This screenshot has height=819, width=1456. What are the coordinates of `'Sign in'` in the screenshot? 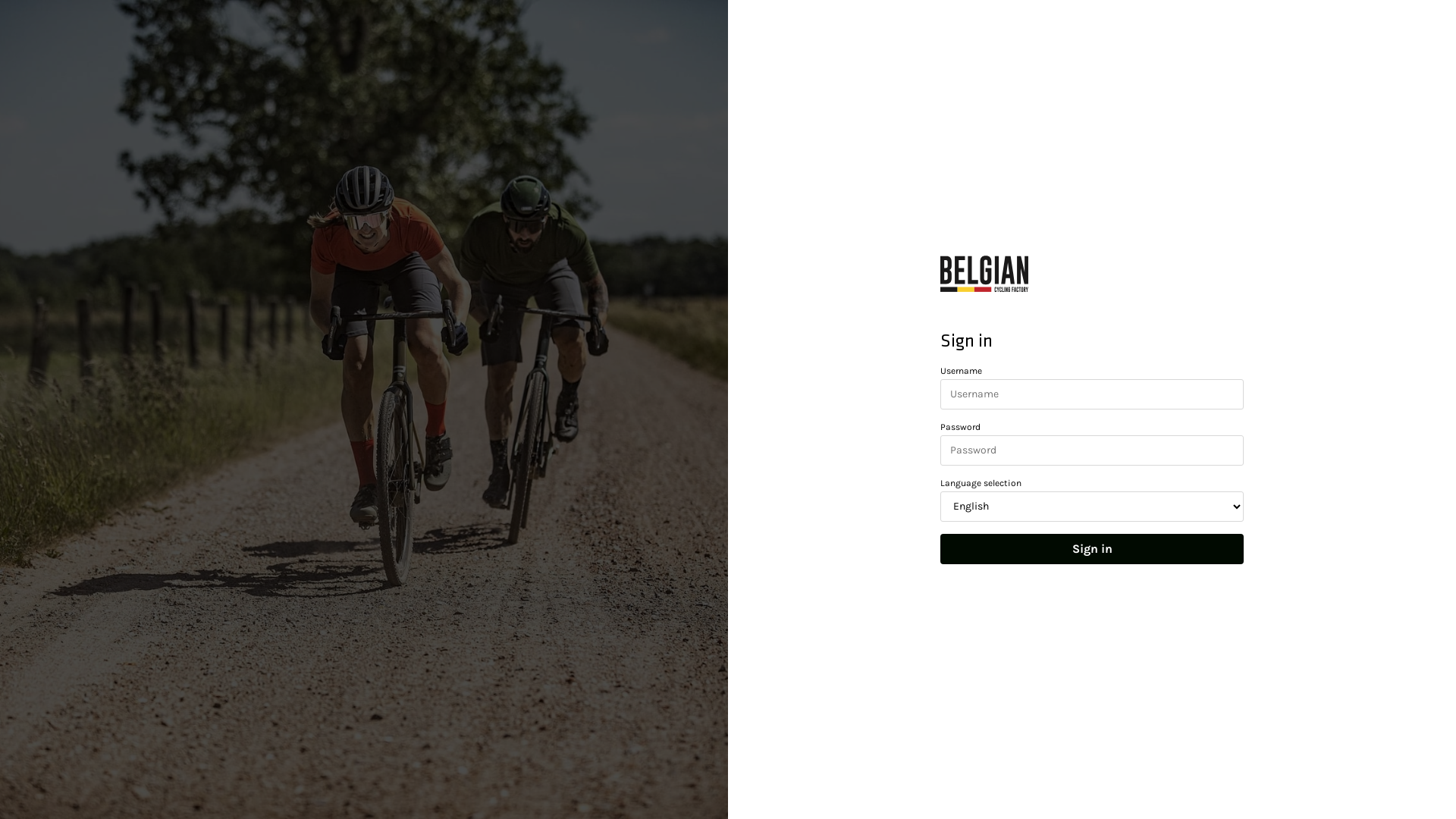 It's located at (1092, 549).